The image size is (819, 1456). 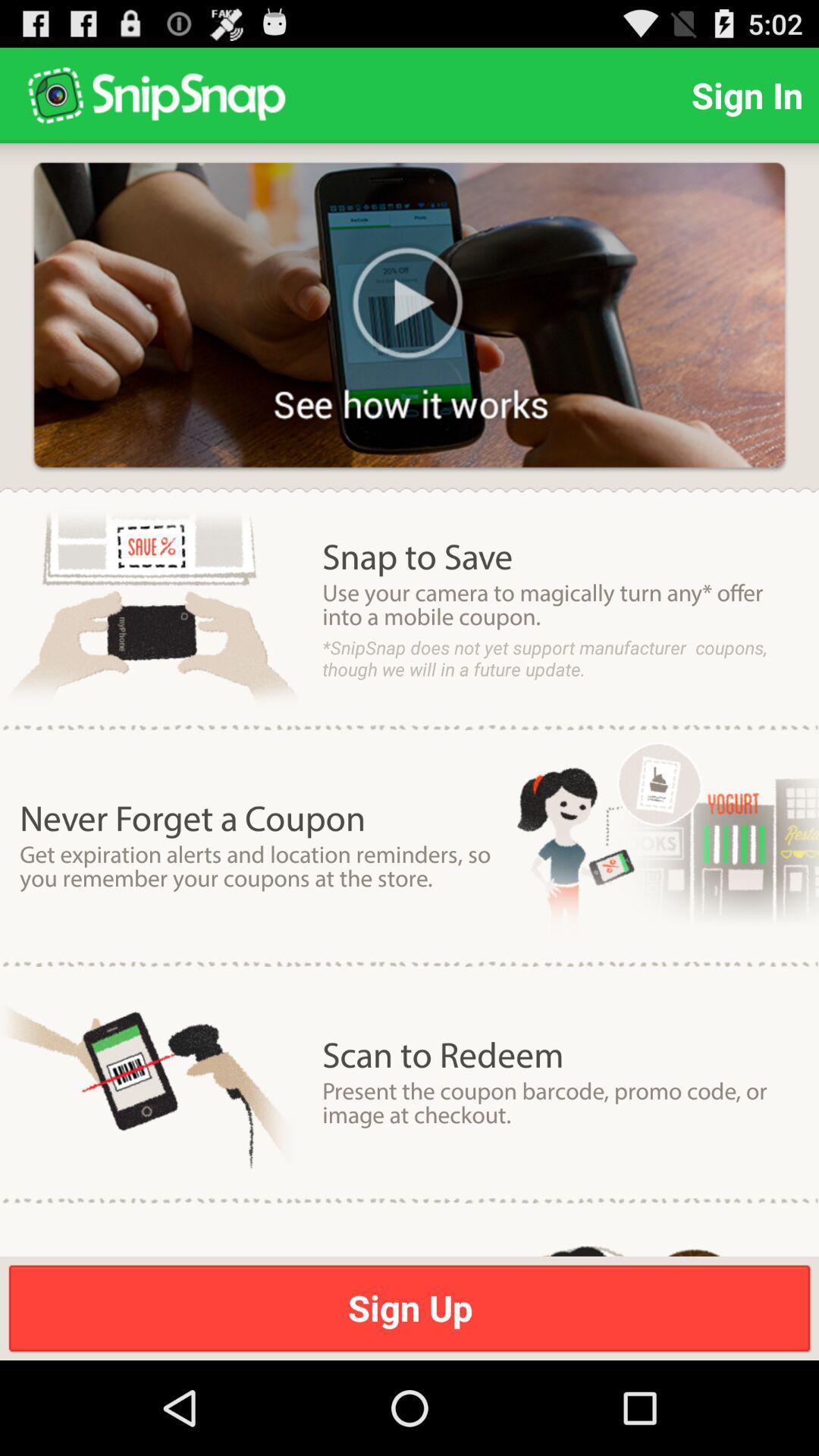 I want to click on the sign in at the top right corner, so click(x=746, y=94).